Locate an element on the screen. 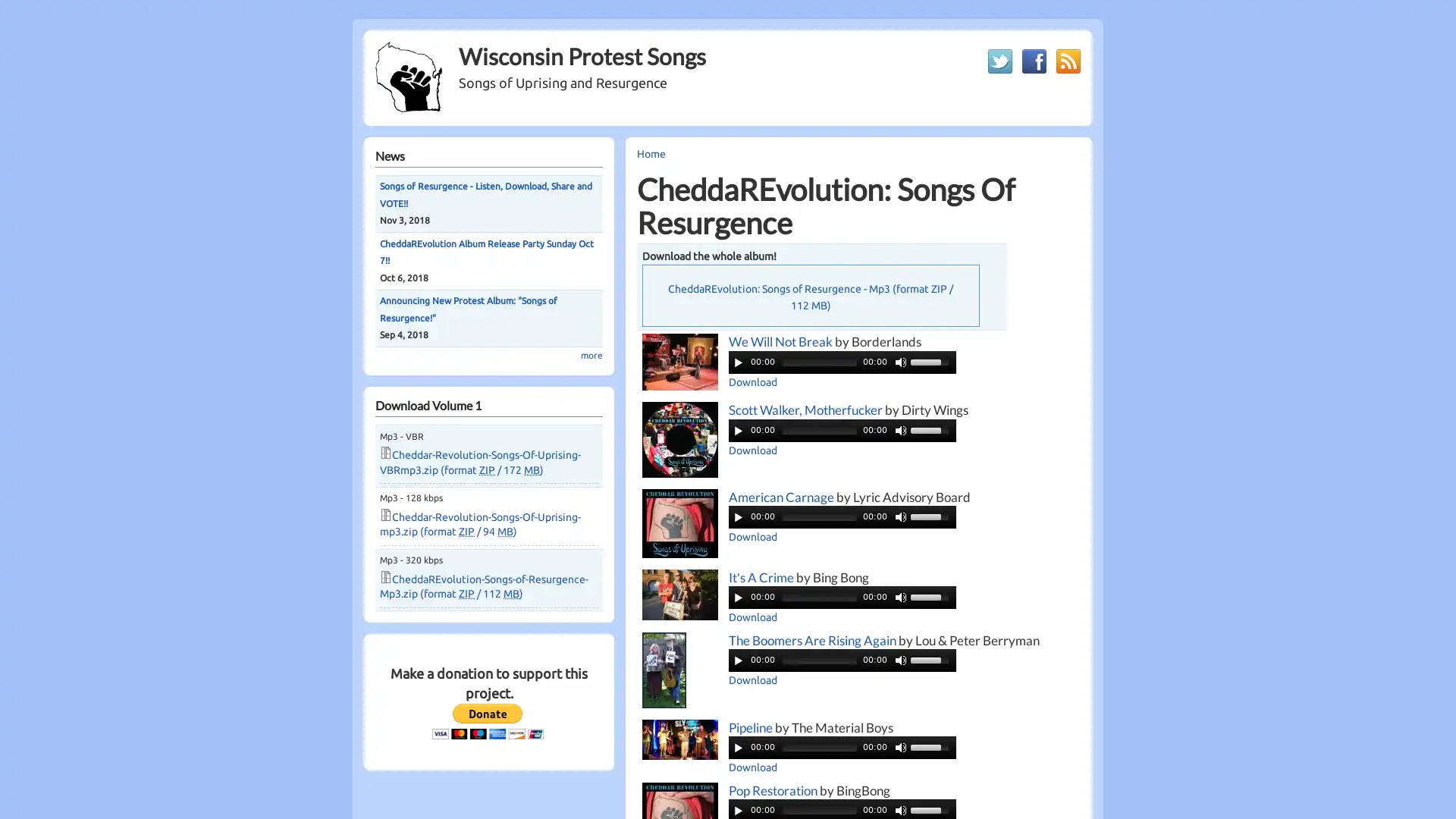  Mute Toggle is located at coordinates (901, 430).